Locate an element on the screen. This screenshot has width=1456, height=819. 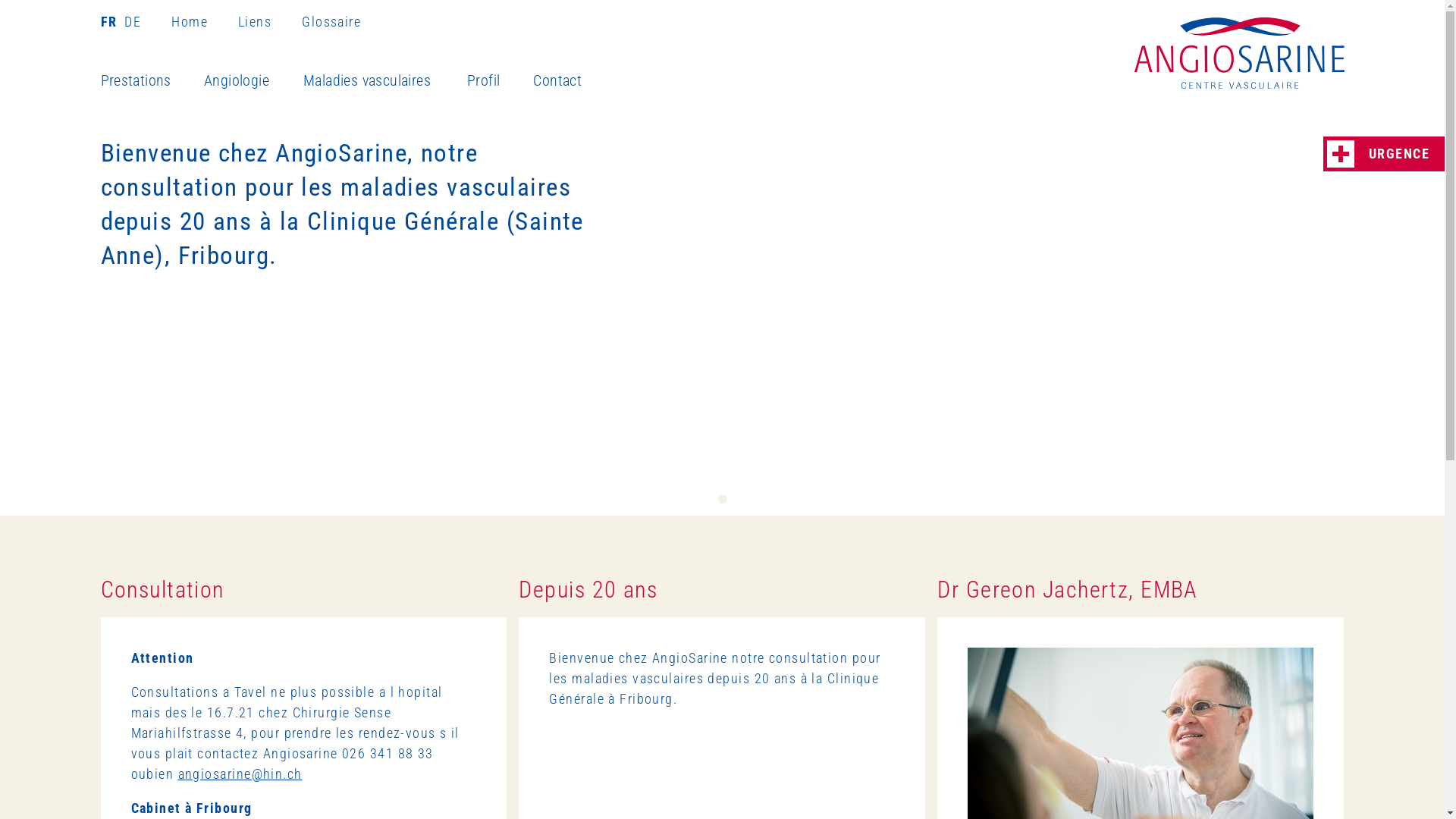
'Zur Startseite' is located at coordinates (1238, 52).